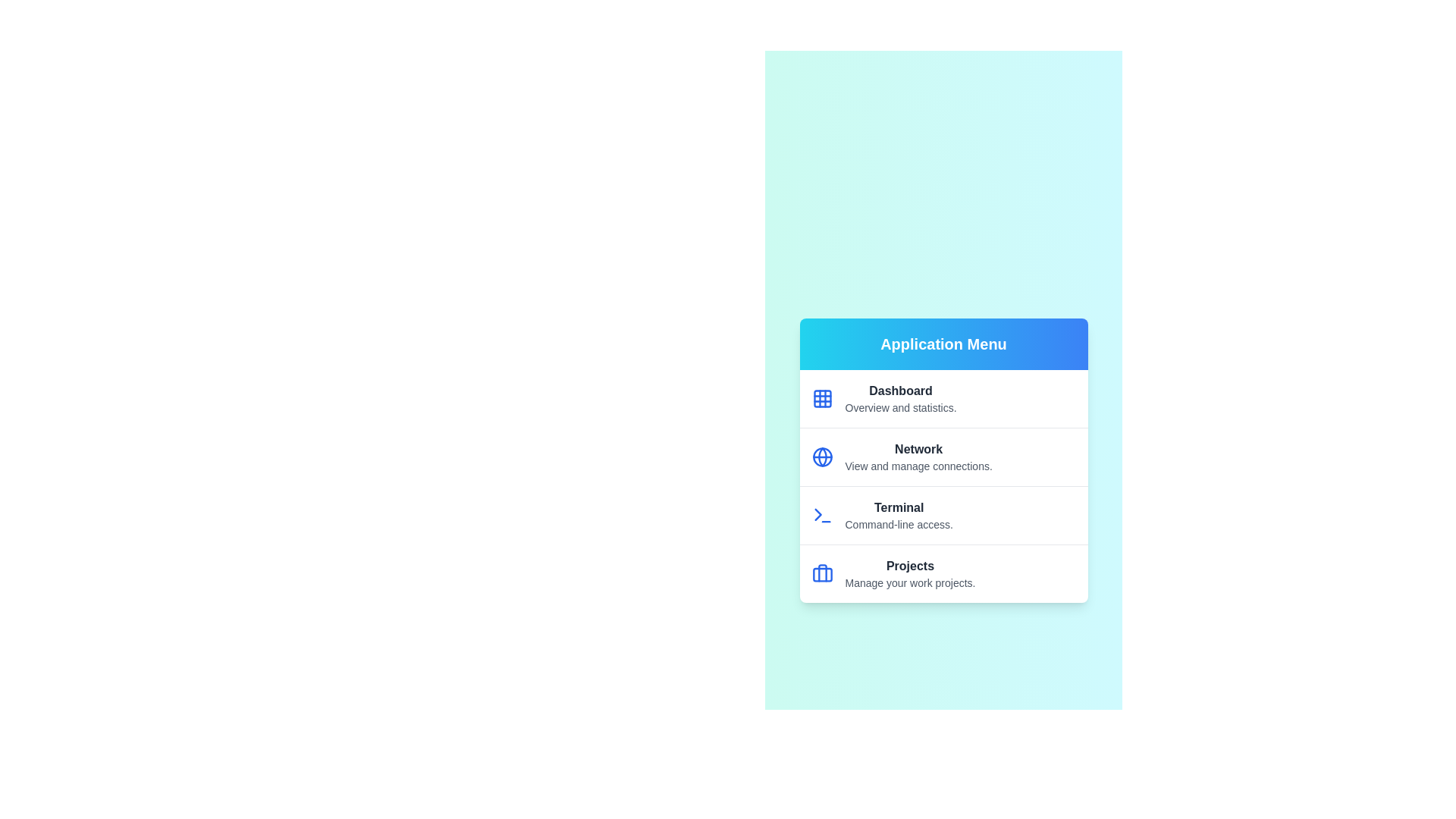 The width and height of the screenshot is (1456, 819). Describe the element at coordinates (943, 573) in the screenshot. I see `the menu item labeled Projects to view its hover state` at that location.